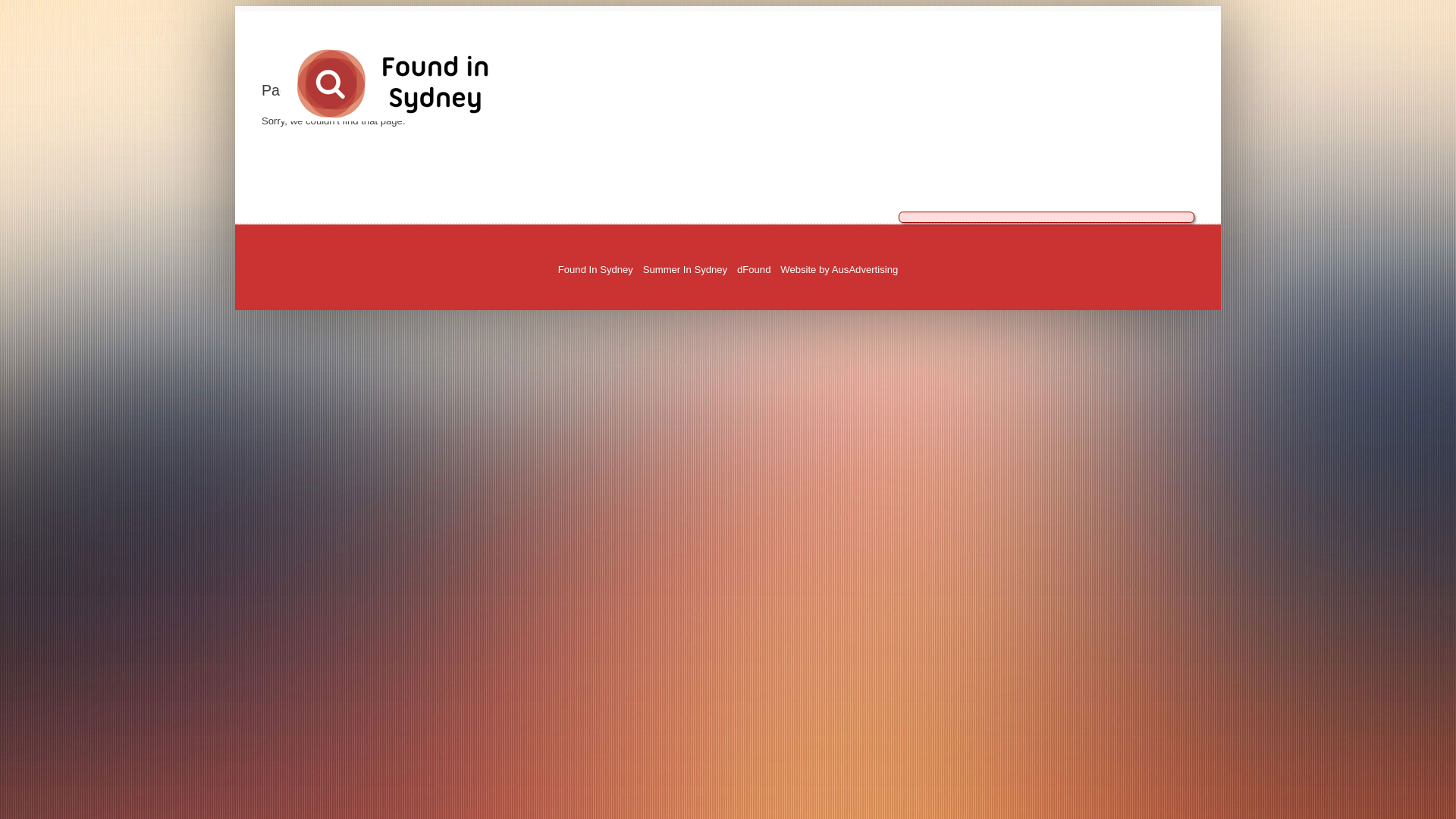 This screenshot has width=1456, height=819. Describe the element at coordinates (595, 268) in the screenshot. I see `'Found In Sydney'` at that location.